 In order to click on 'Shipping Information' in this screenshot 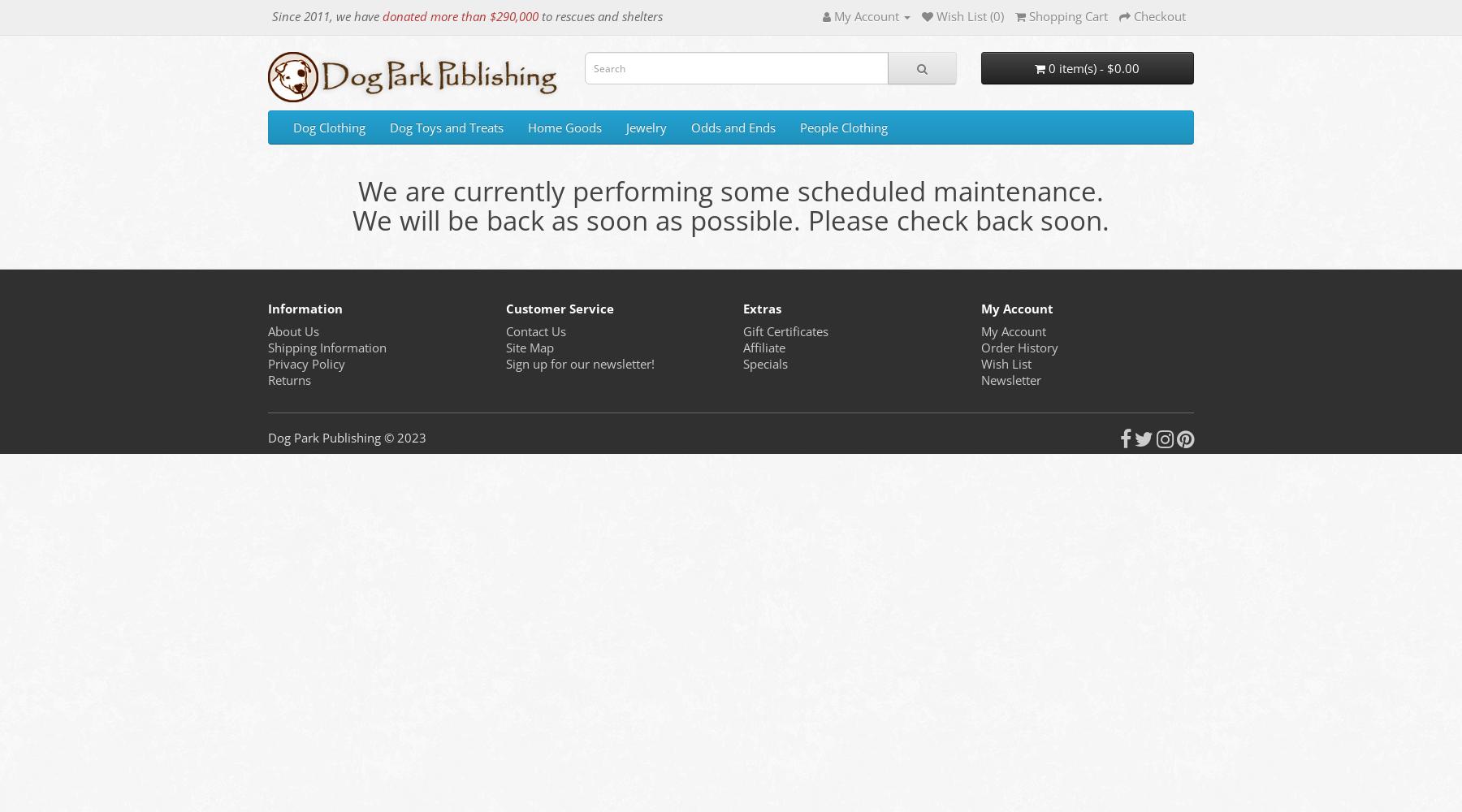, I will do `click(266, 348)`.